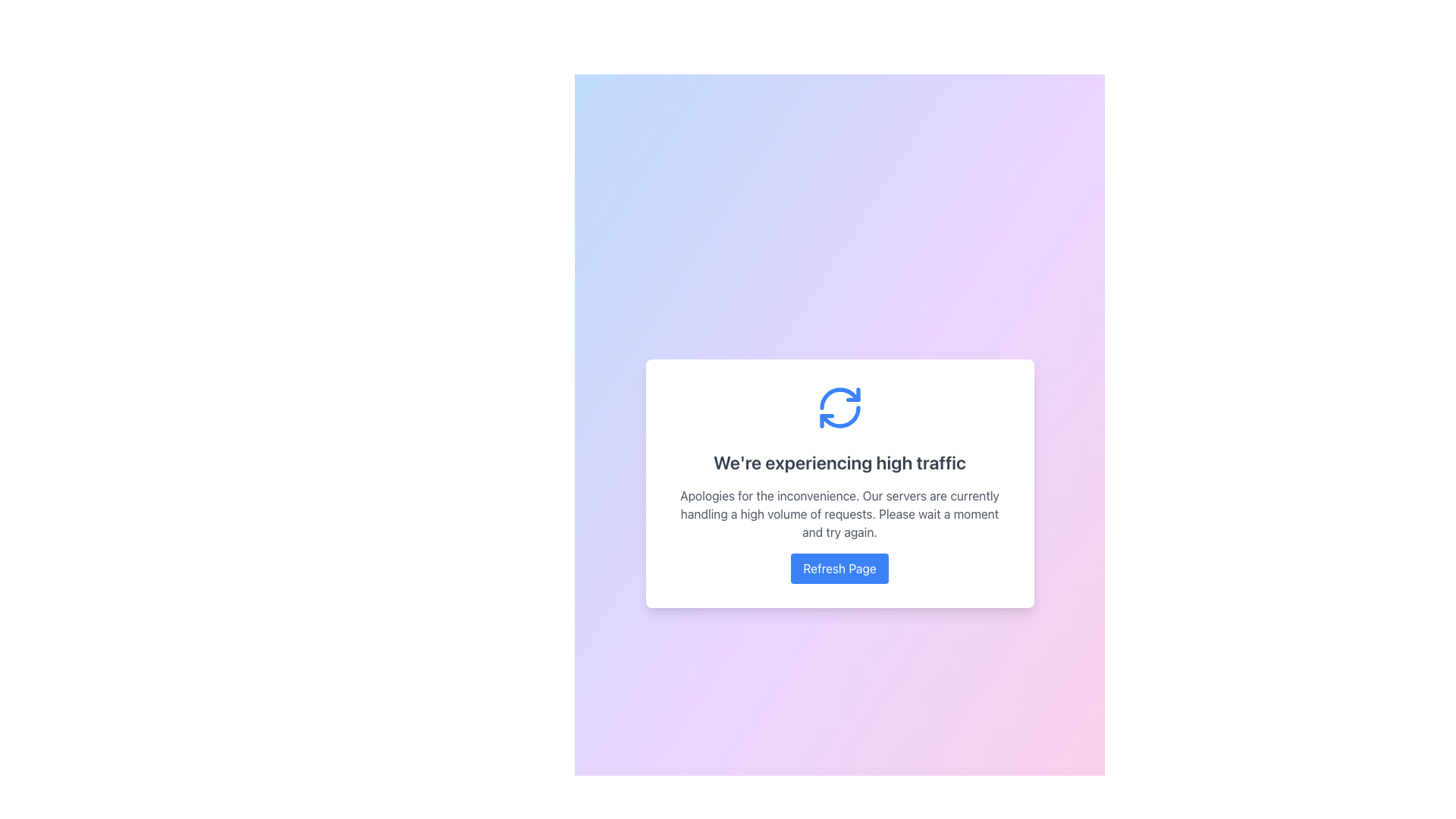 This screenshot has width=1456, height=819. What do you see at coordinates (839, 513) in the screenshot?
I see `the static text displaying the message: 'Apologies for the inconvenience. Our servers are currently handling a high volume of requests. Please wait a moment and try again.', which is centrally aligned below the heading 'We're experiencing high traffic'` at bounding box center [839, 513].